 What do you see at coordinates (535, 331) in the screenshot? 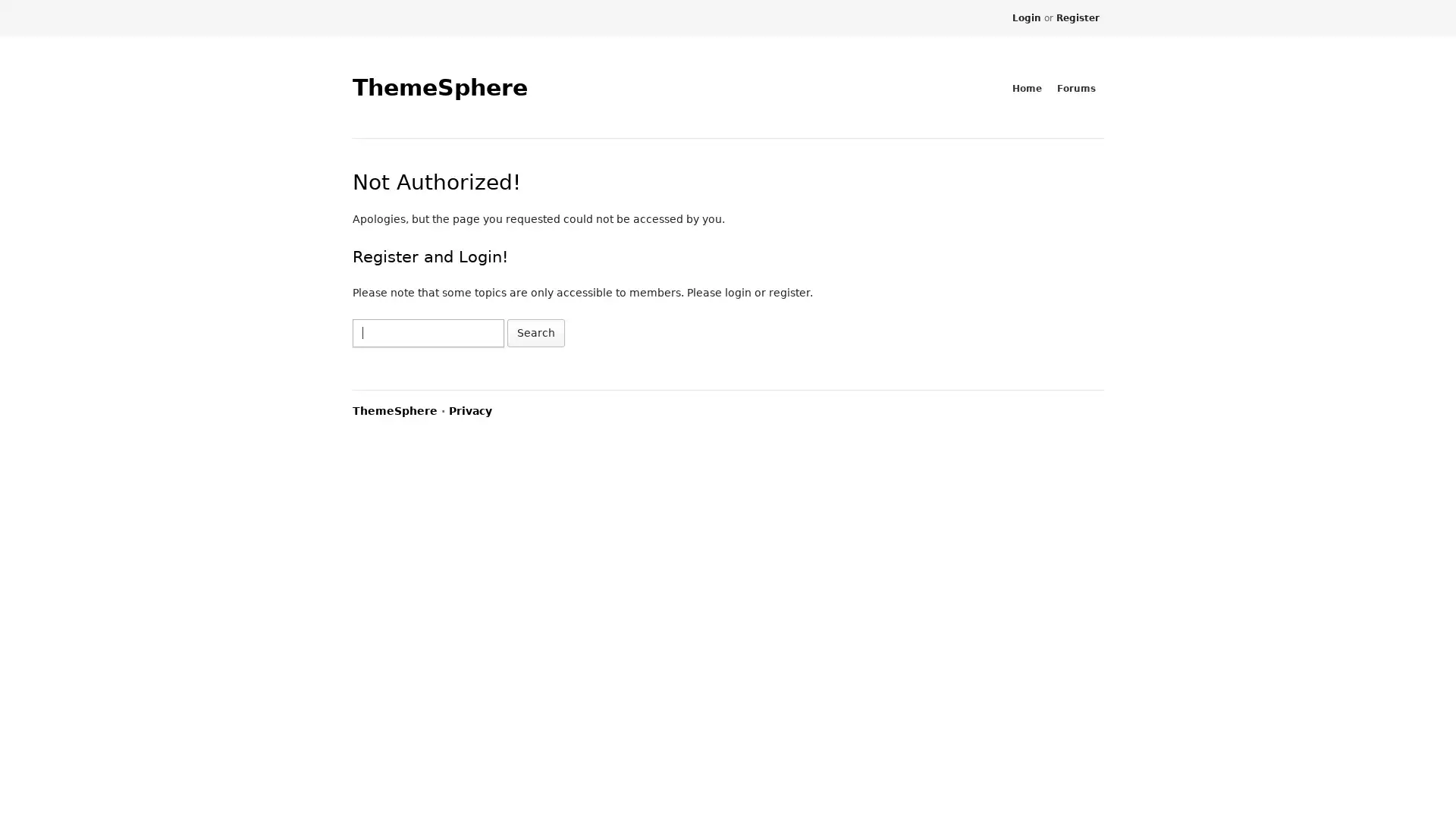
I see `Search` at bounding box center [535, 331].